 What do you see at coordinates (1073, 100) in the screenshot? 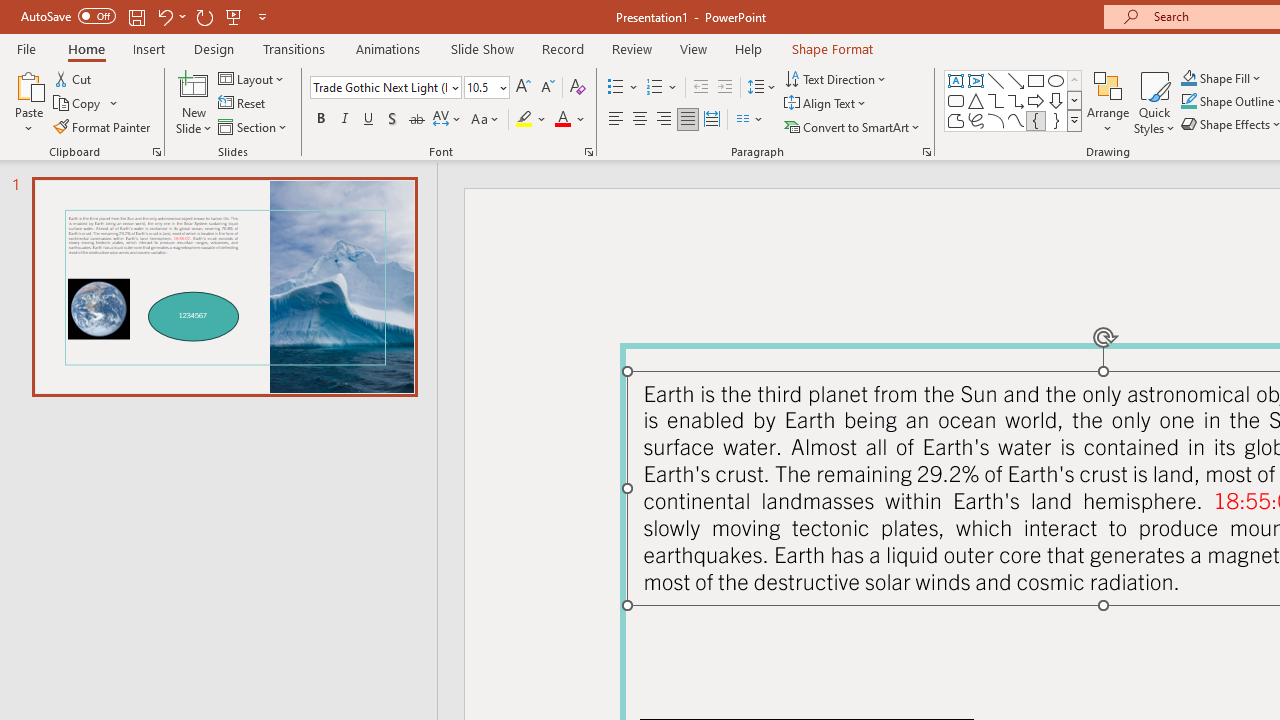
I see `'Row Down'` at bounding box center [1073, 100].